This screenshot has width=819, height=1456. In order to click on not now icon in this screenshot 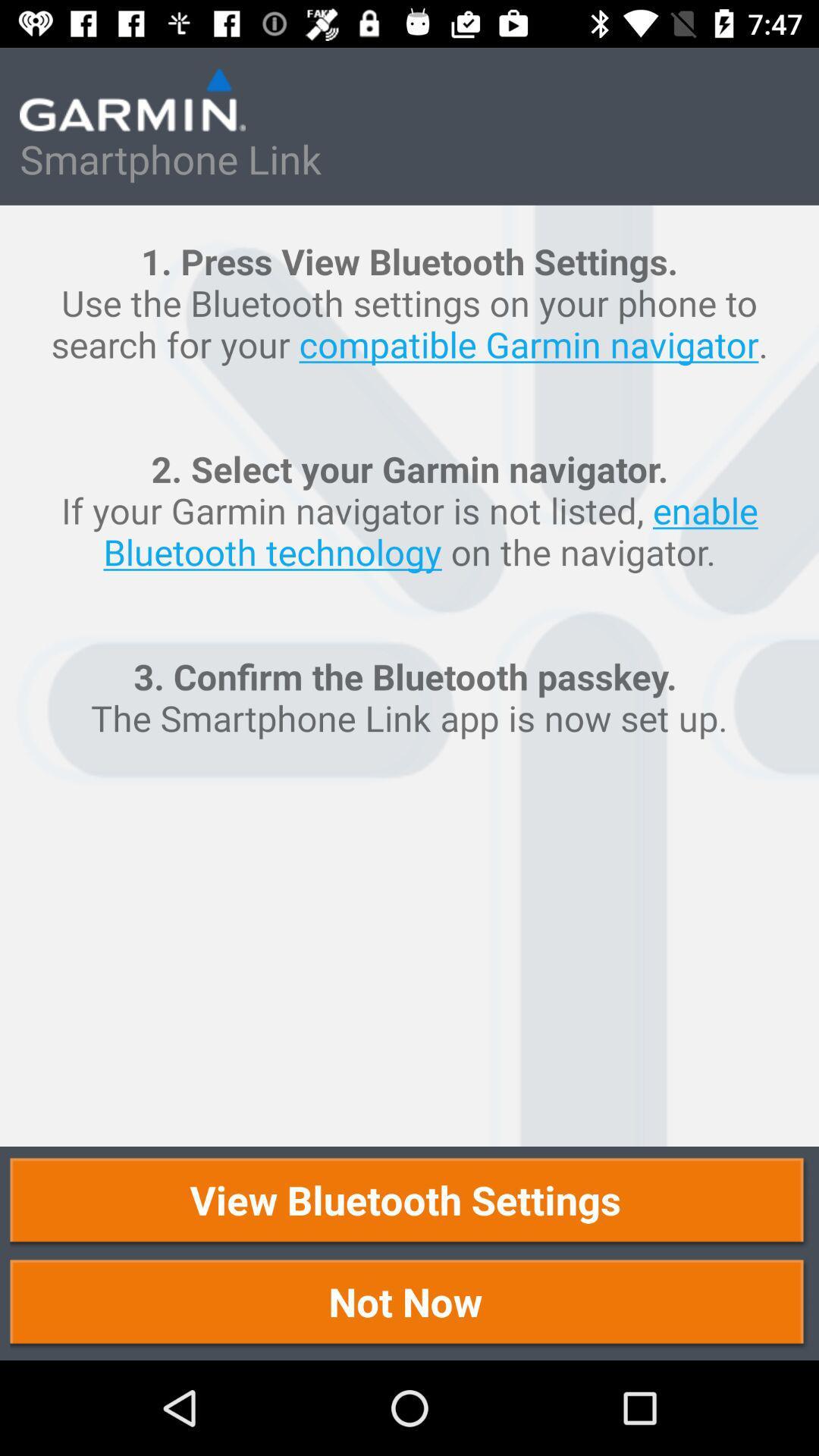, I will do `click(409, 1304)`.